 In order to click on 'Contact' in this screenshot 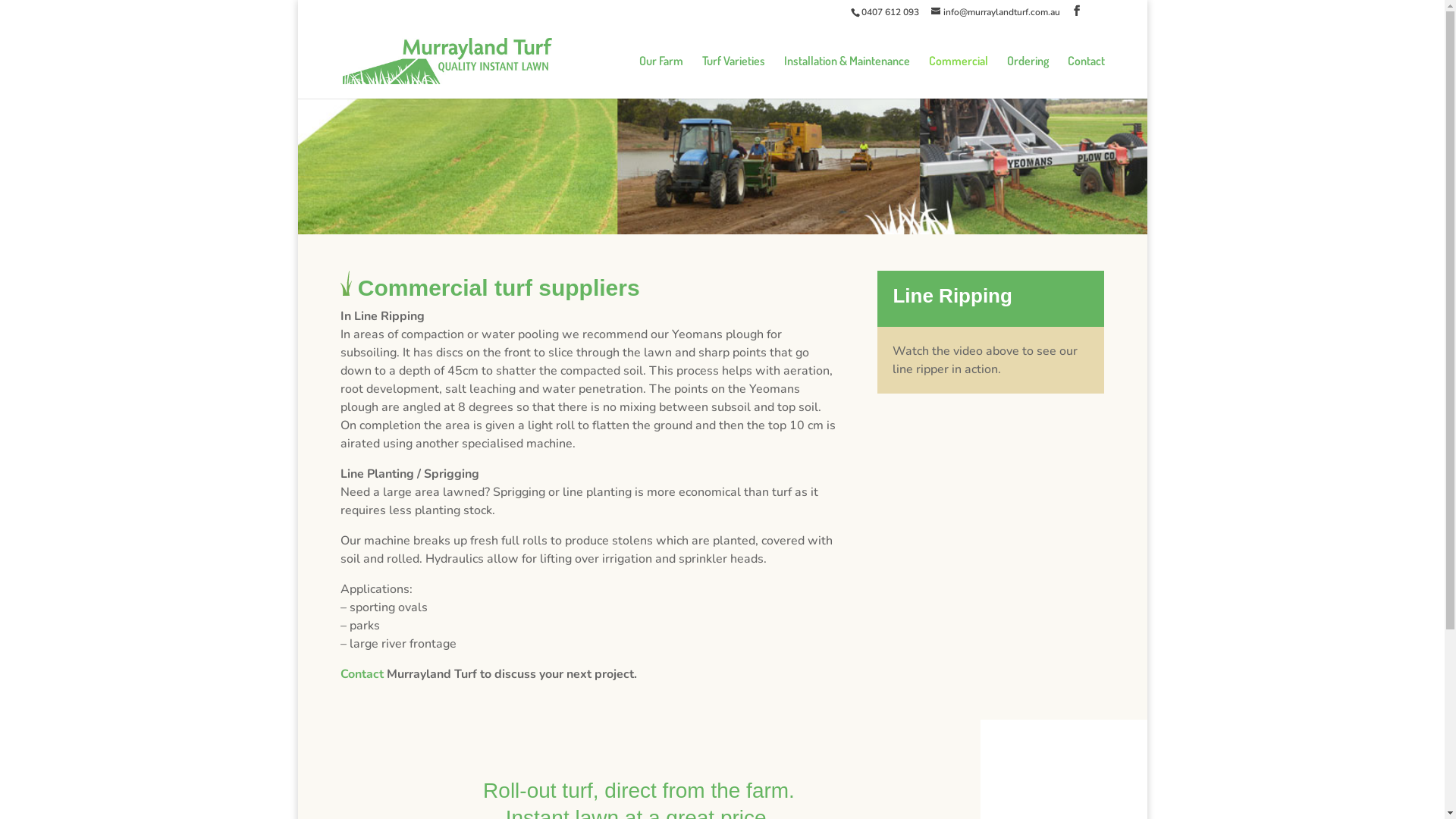, I will do `click(360, 673)`.